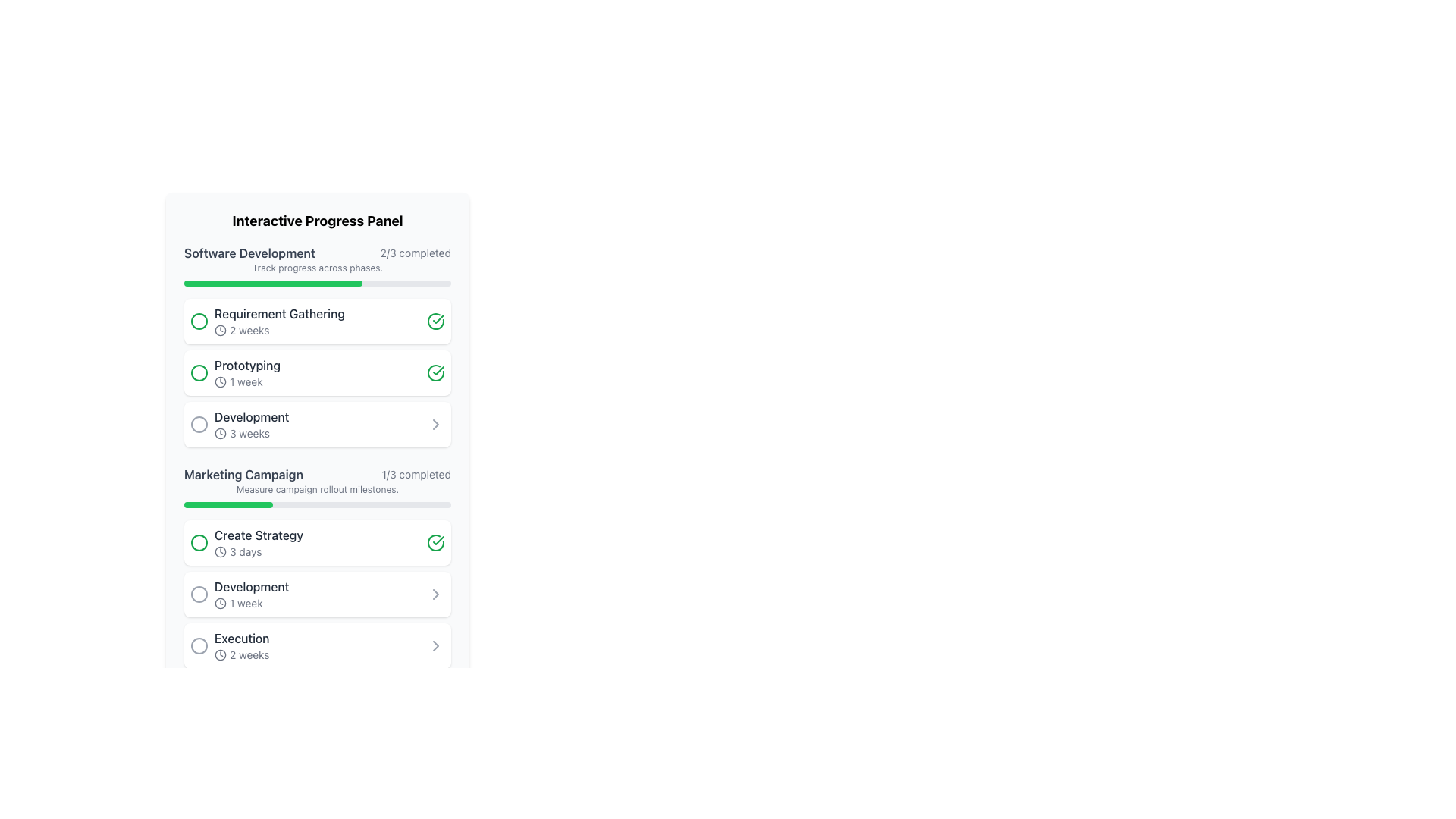 The height and width of the screenshot is (819, 1456). I want to click on the text label displaying 'Prototyping' in the Software Development section, located below 'Requirement Gathering' and above 'Development', so click(247, 366).